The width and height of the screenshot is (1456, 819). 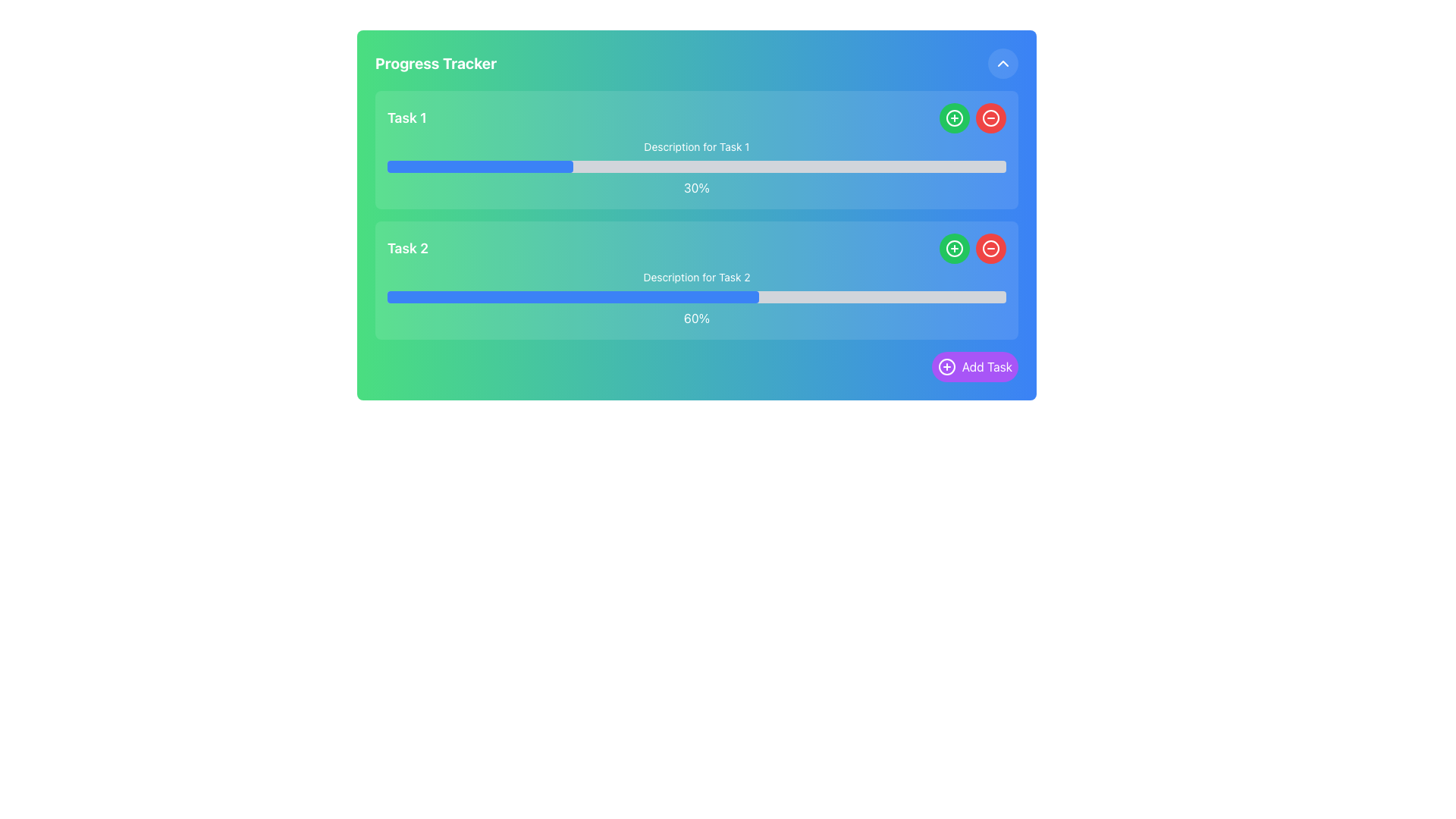 What do you see at coordinates (990, 247) in the screenshot?
I see `the button for removing or decrementing tasks in the middle-right section of the second task row in the Progress Tracker interface` at bounding box center [990, 247].